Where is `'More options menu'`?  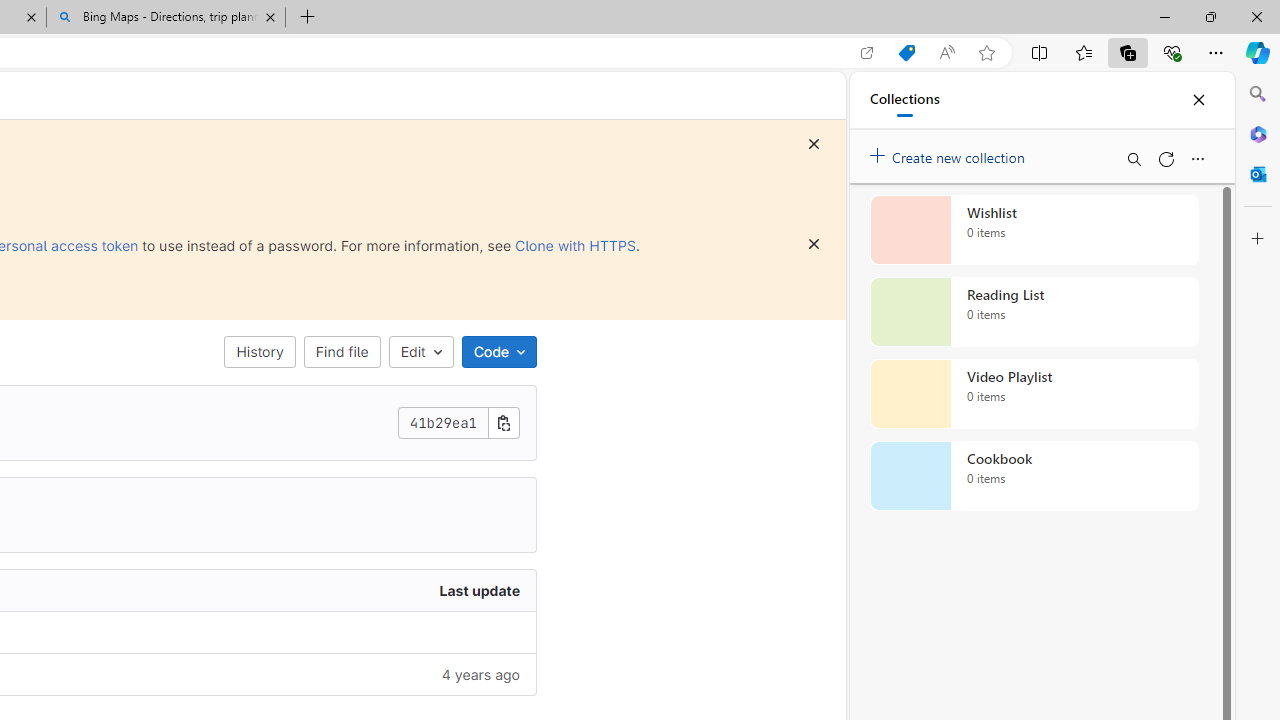 'More options menu' is located at coordinates (1197, 158).